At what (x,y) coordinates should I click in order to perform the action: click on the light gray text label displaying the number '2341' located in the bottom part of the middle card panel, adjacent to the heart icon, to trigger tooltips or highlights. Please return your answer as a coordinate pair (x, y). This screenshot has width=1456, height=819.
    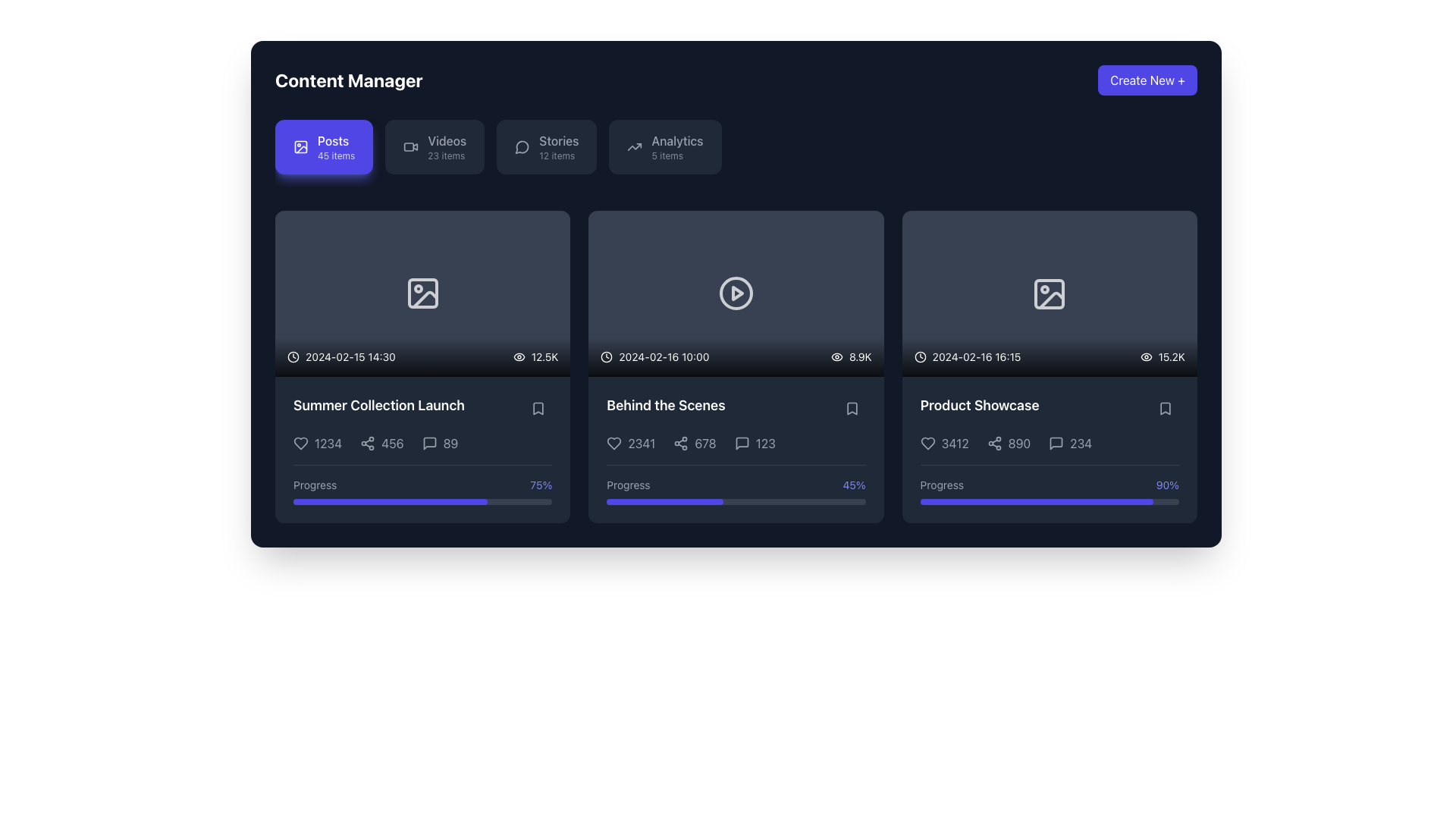
    Looking at the image, I should click on (631, 443).